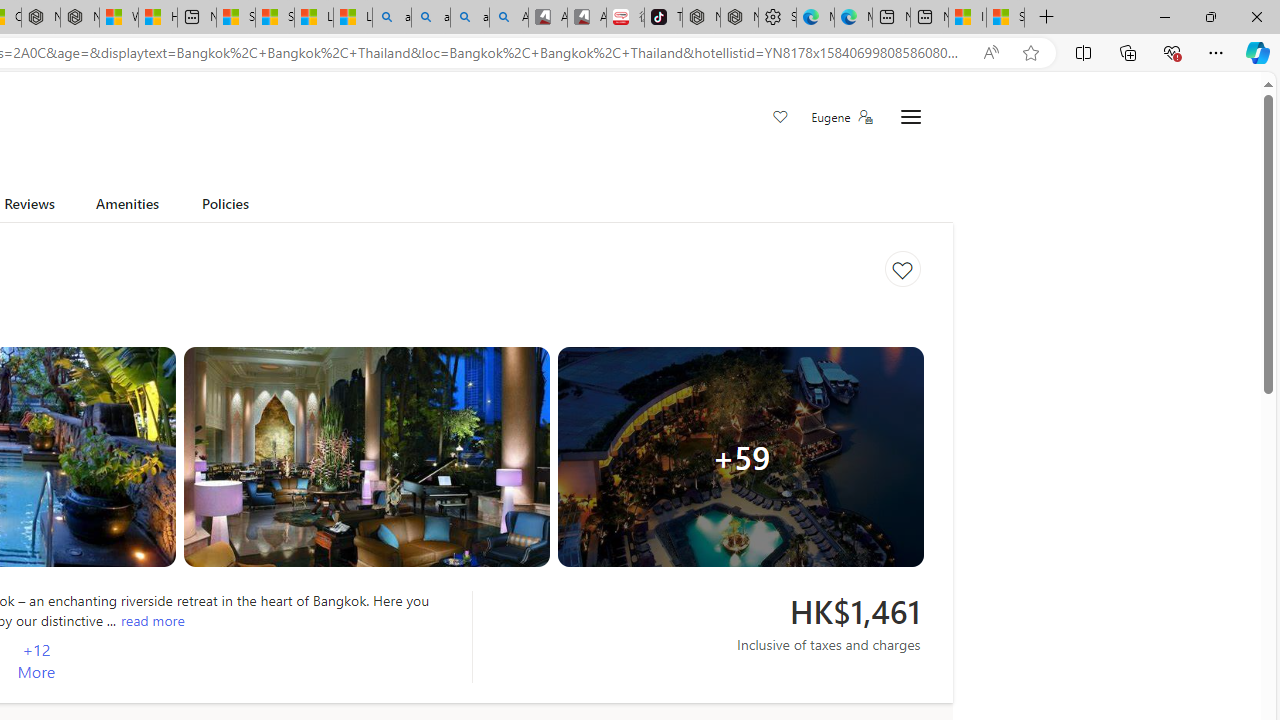 The image size is (1280, 720). I want to click on 'Read aloud this page (Ctrl+Shift+U)', so click(991, 52).